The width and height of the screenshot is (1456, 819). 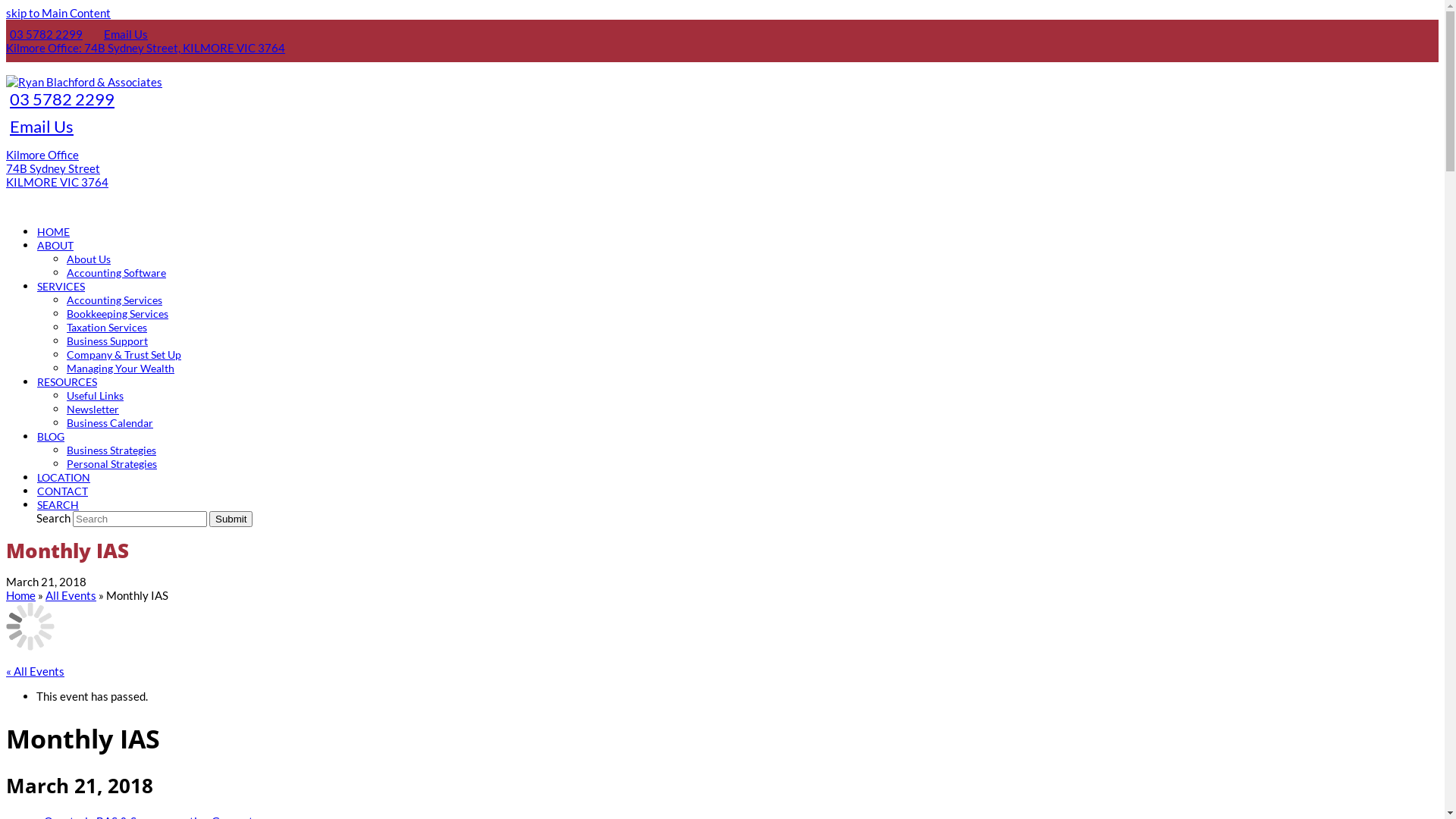 What do you see at coordinates (61, 286) in the screenshot?
I see `'SERVICES'` at bounding box center [61, 286].